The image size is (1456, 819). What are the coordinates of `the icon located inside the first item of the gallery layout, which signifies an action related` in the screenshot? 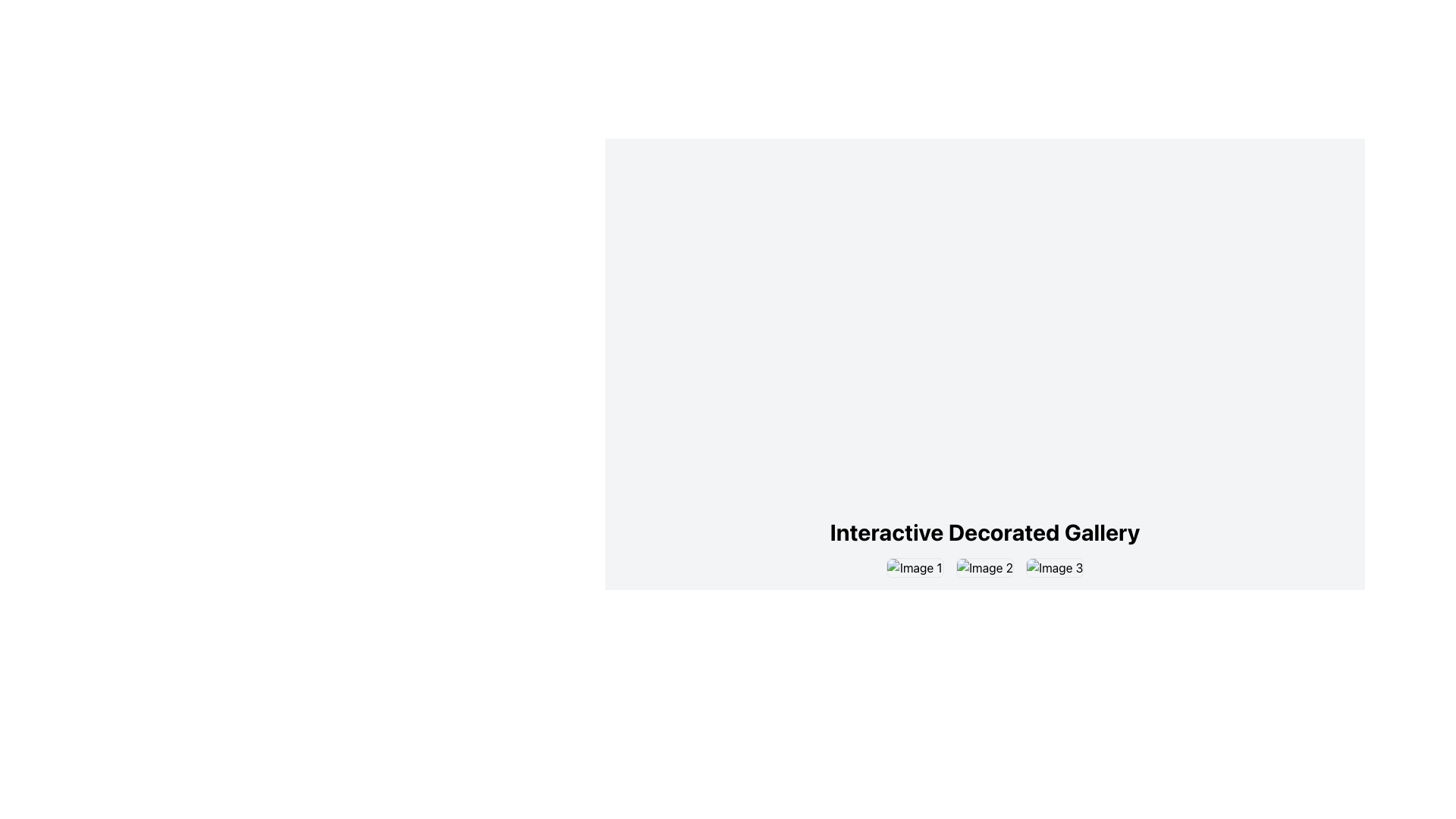 It's located at (914, 567).